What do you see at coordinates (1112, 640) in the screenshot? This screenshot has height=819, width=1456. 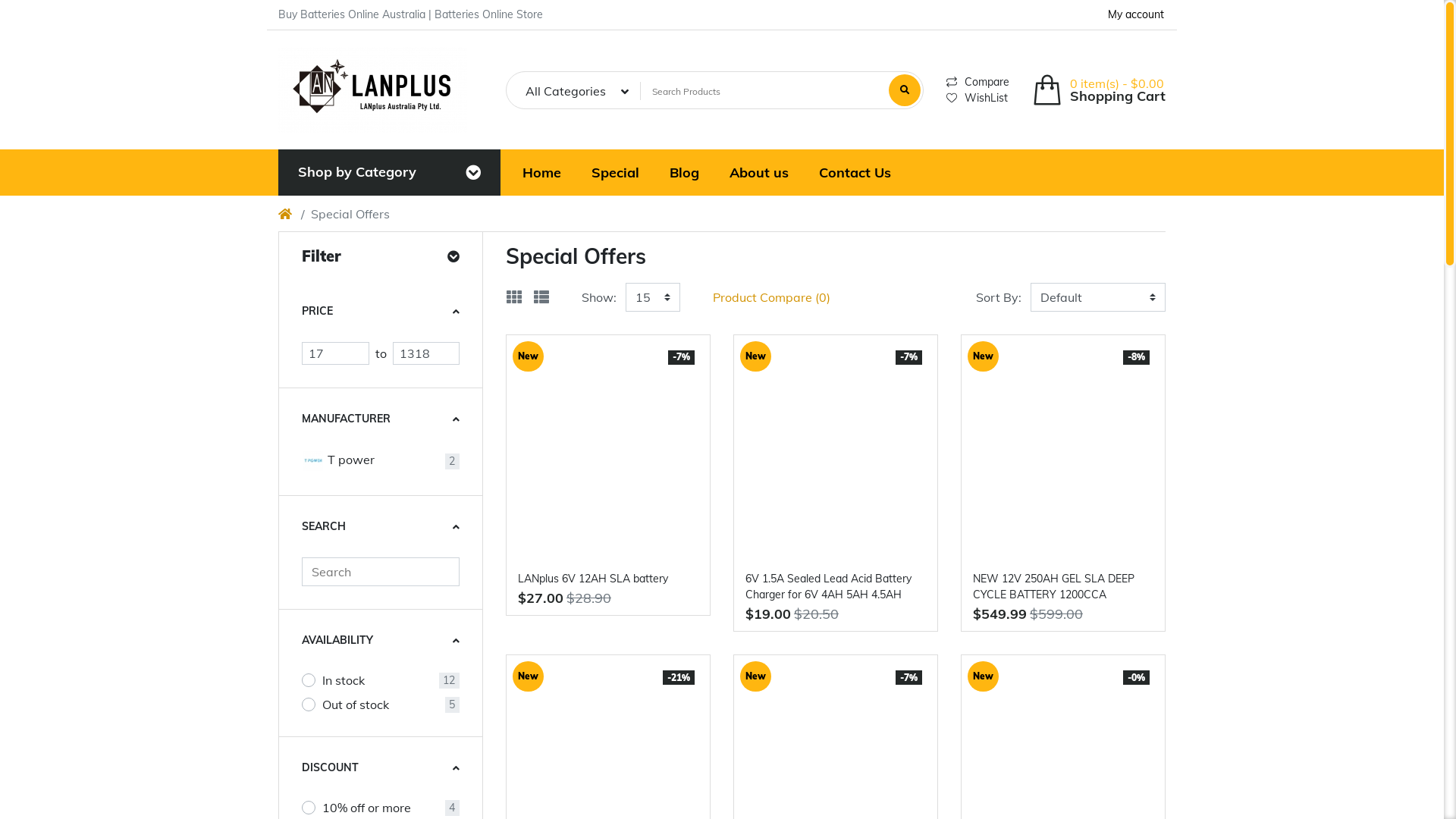 I see `'Compare this Product'` at bounding box center [1112, 640].